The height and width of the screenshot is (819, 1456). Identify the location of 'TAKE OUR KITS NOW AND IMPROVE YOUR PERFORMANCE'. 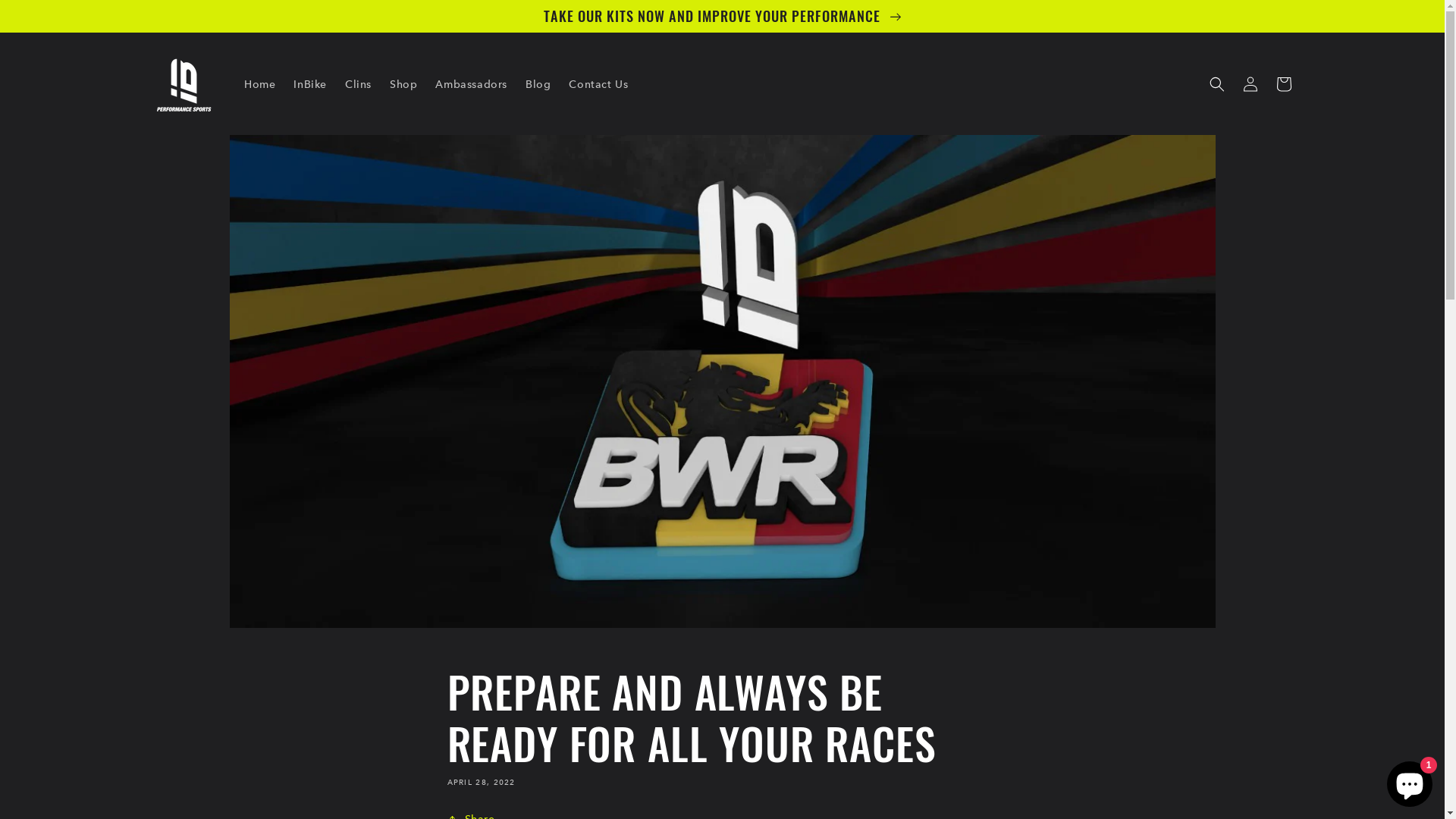
(0, 15).